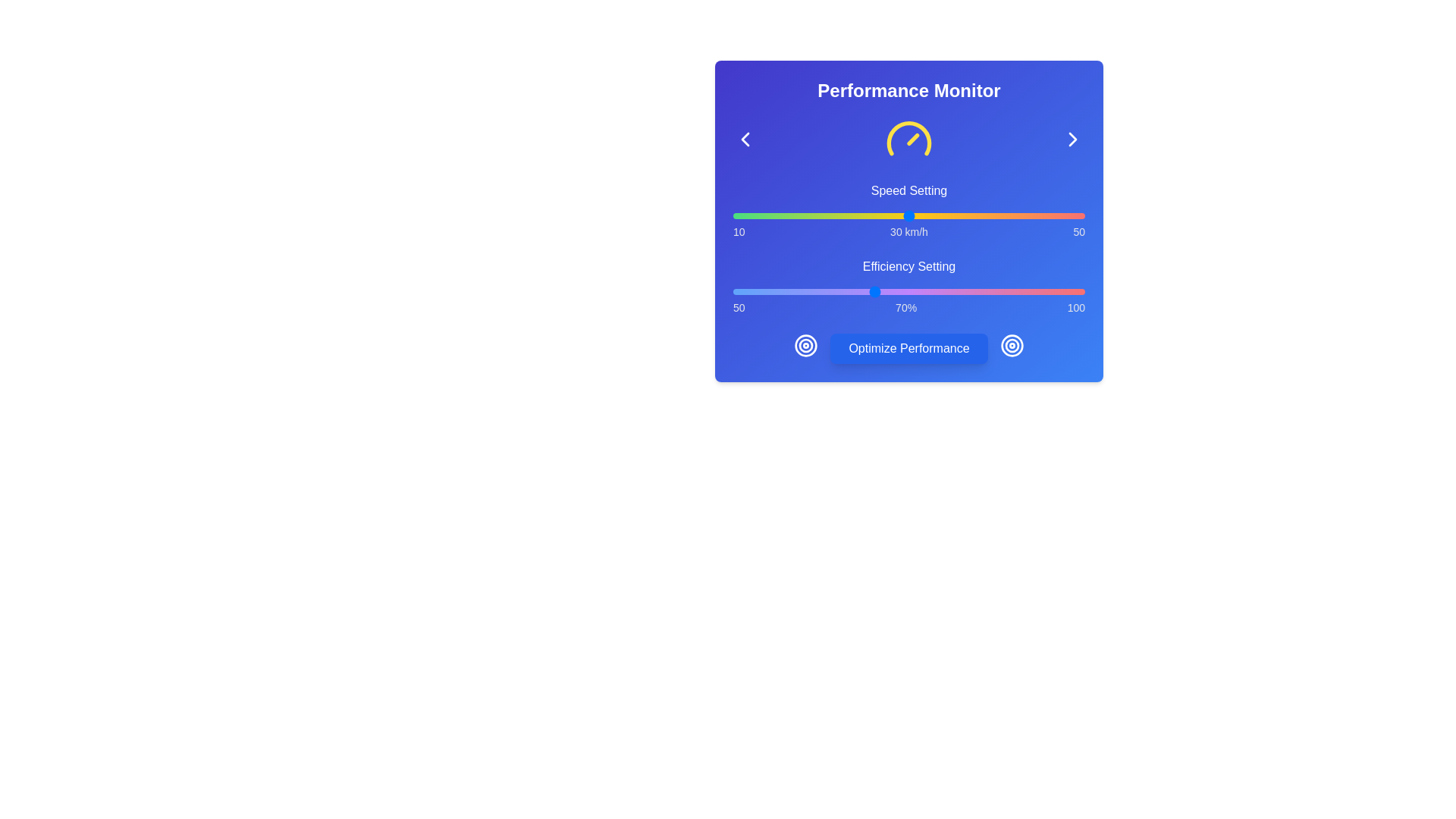 The width and height of the screenshot is (1456, 819). Describe the element at coordinates (988, 216) in the screenshot. I see `the speed setting to 39 km/h by interacting with the slider` at that location.